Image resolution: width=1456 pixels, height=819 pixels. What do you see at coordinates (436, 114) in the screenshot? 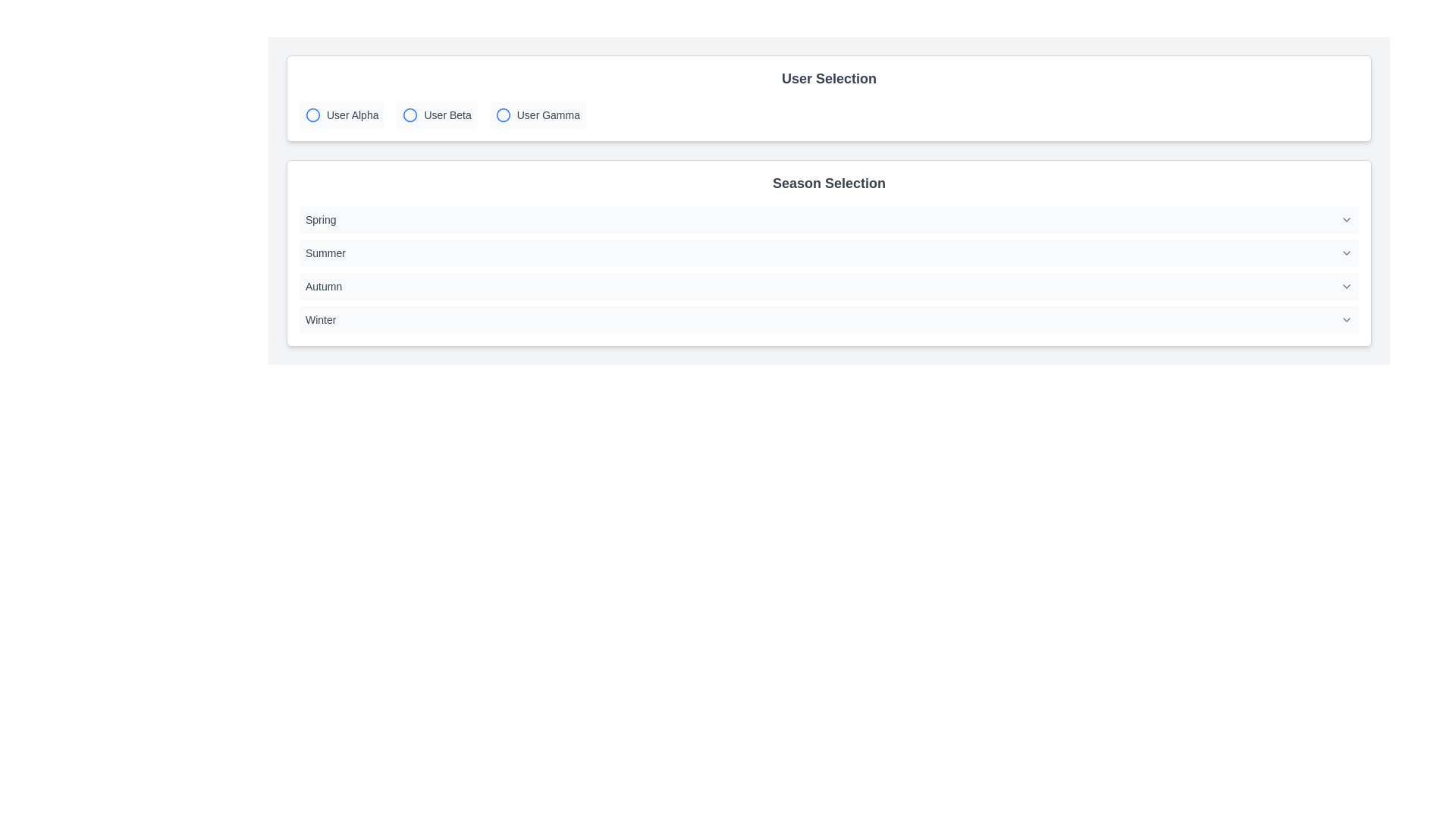
I see `the 'User Beta' radio button` at bounding box center [436, 114].